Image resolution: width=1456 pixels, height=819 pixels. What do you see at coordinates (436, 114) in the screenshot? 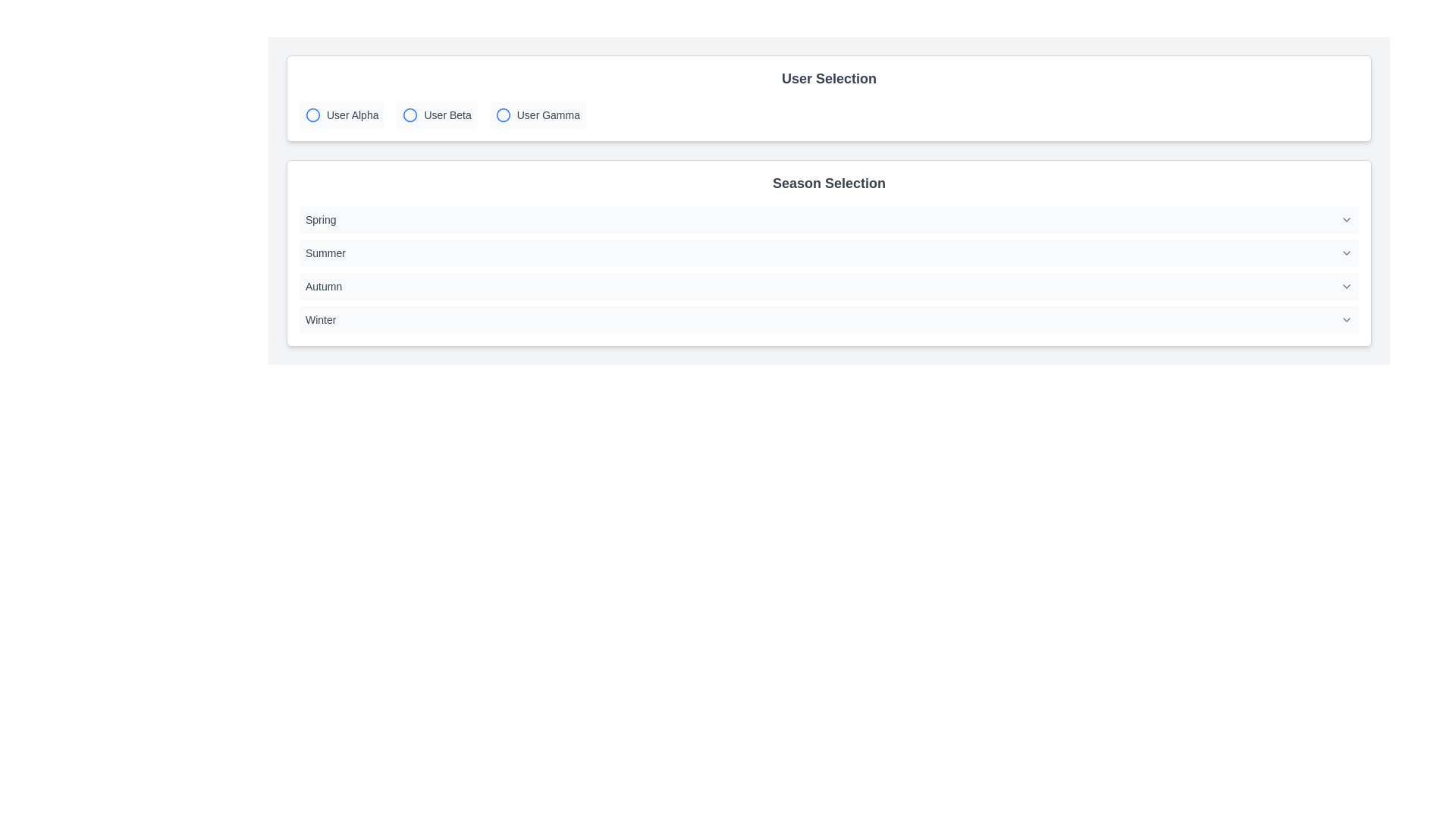
I see `the 'User Beta' radio button` at bounding box center [436, 114].